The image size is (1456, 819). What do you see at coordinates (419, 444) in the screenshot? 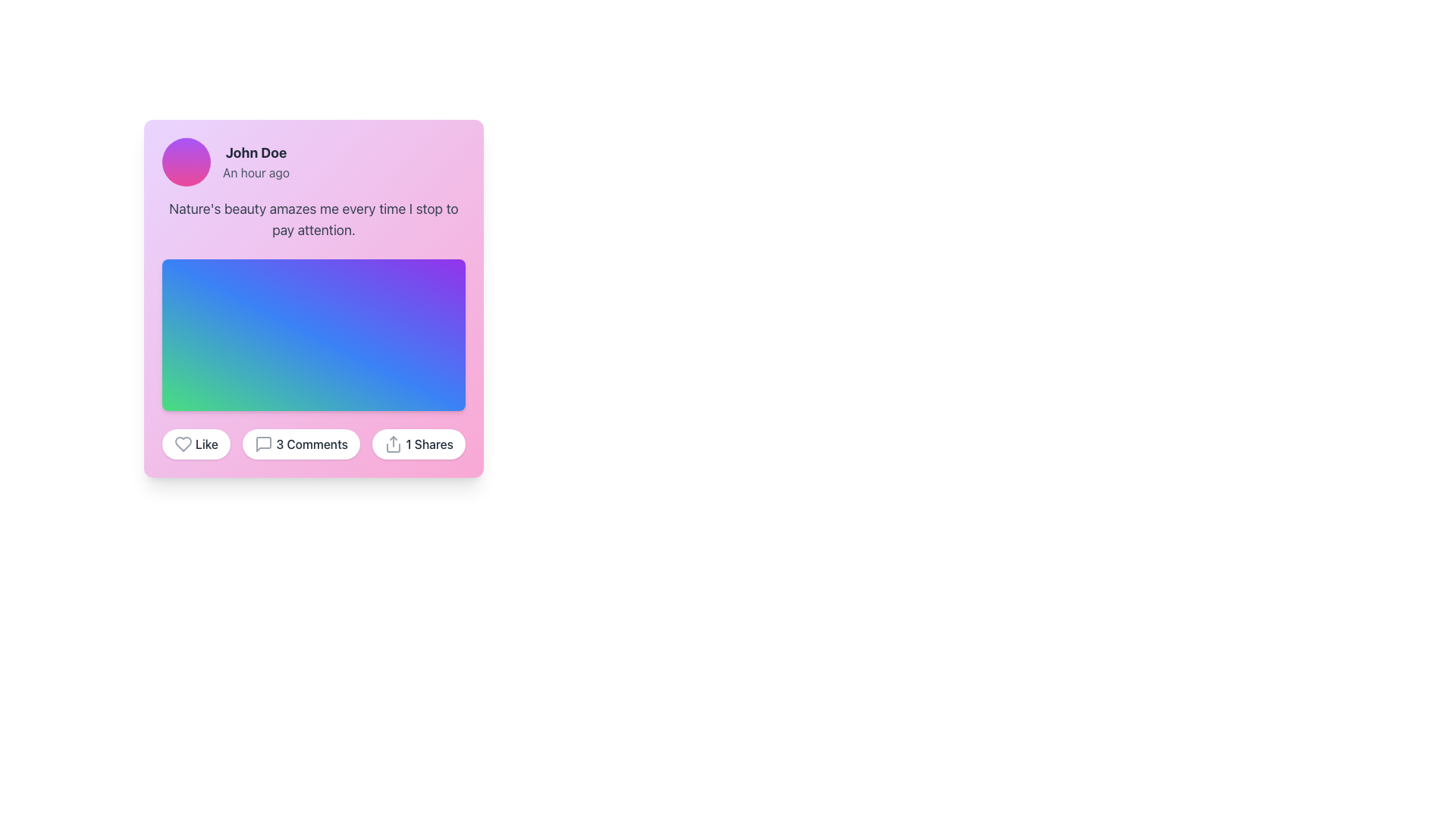
I see `the pill-shaped share button with a white background and gray share icon labeled '1 Shares' located at the bottom right of the card` at bounding box center [419, 444].